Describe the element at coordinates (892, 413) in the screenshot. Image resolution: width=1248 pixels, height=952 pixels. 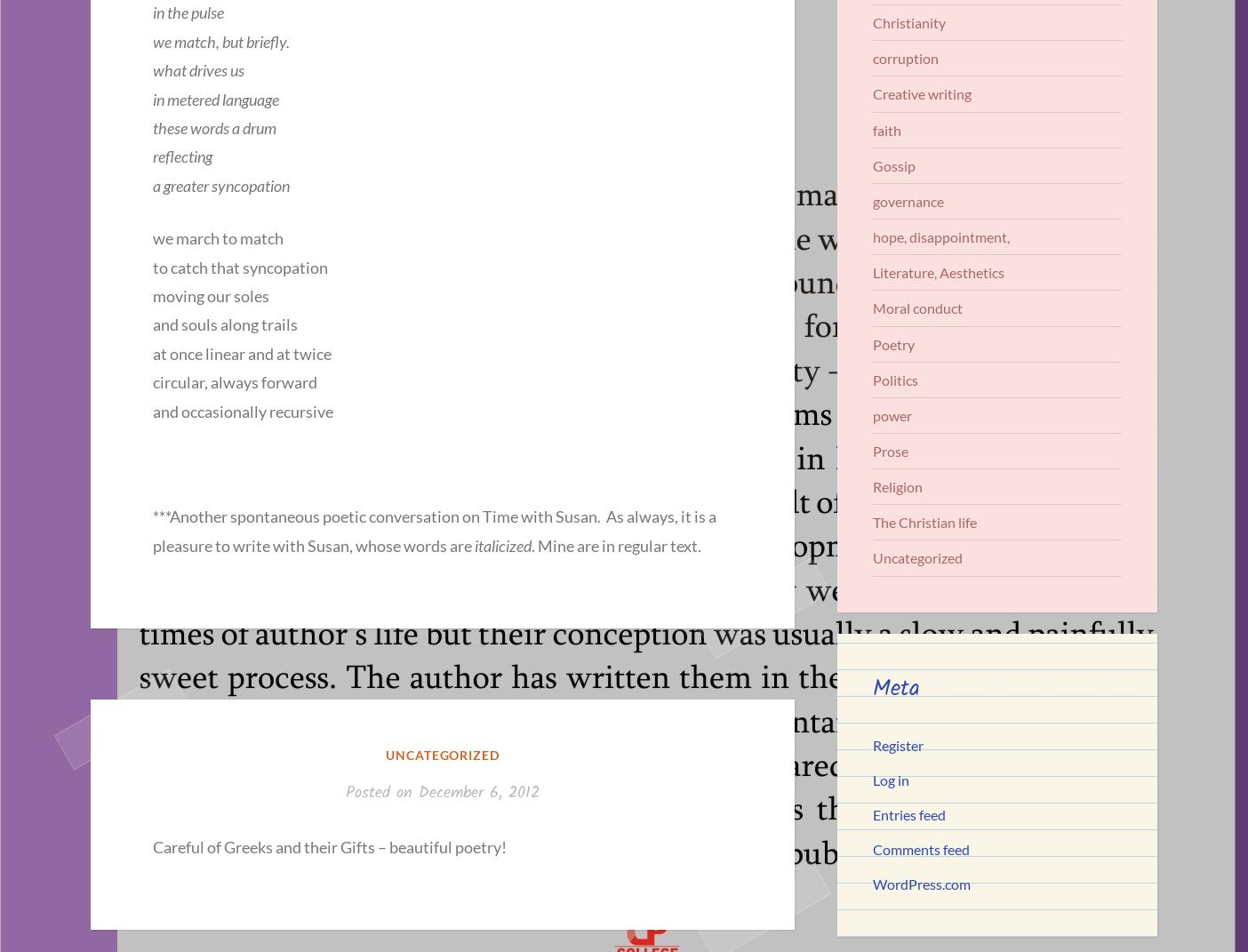
I see `'power'` at that location.